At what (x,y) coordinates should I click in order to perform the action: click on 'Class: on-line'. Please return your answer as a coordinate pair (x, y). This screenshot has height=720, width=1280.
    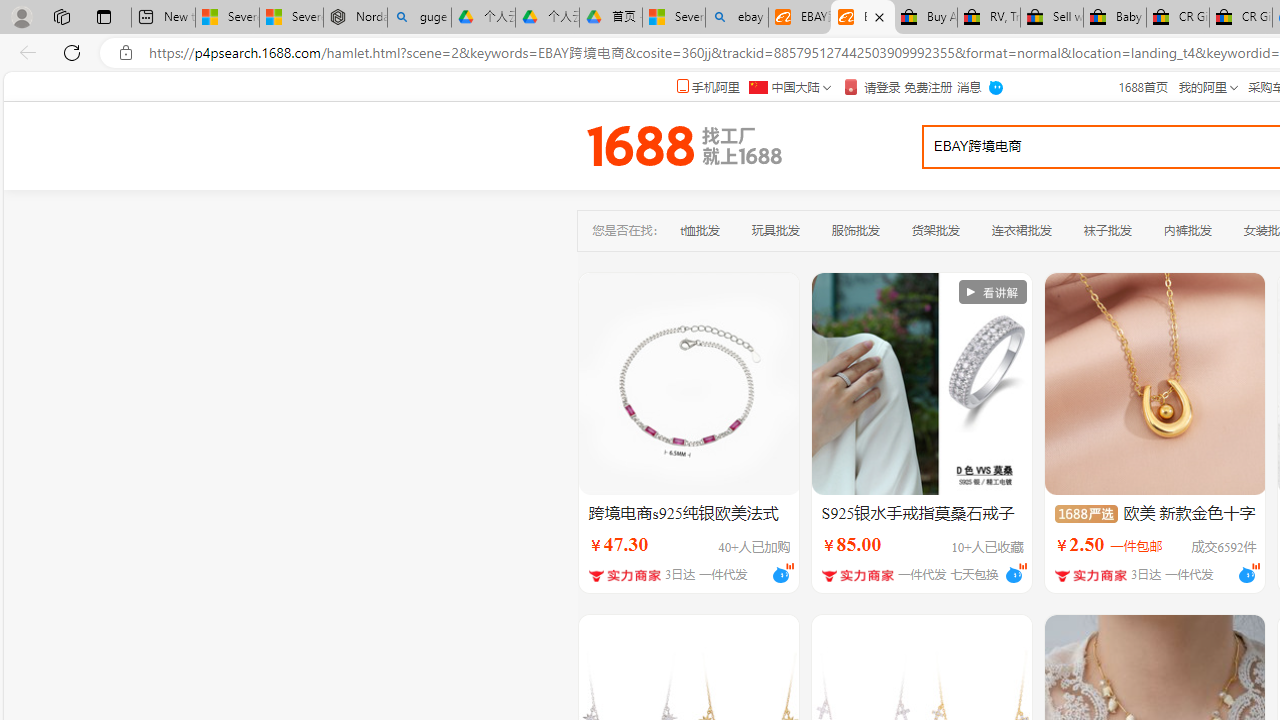
    Looking at the image, I should click on (1254, 565).